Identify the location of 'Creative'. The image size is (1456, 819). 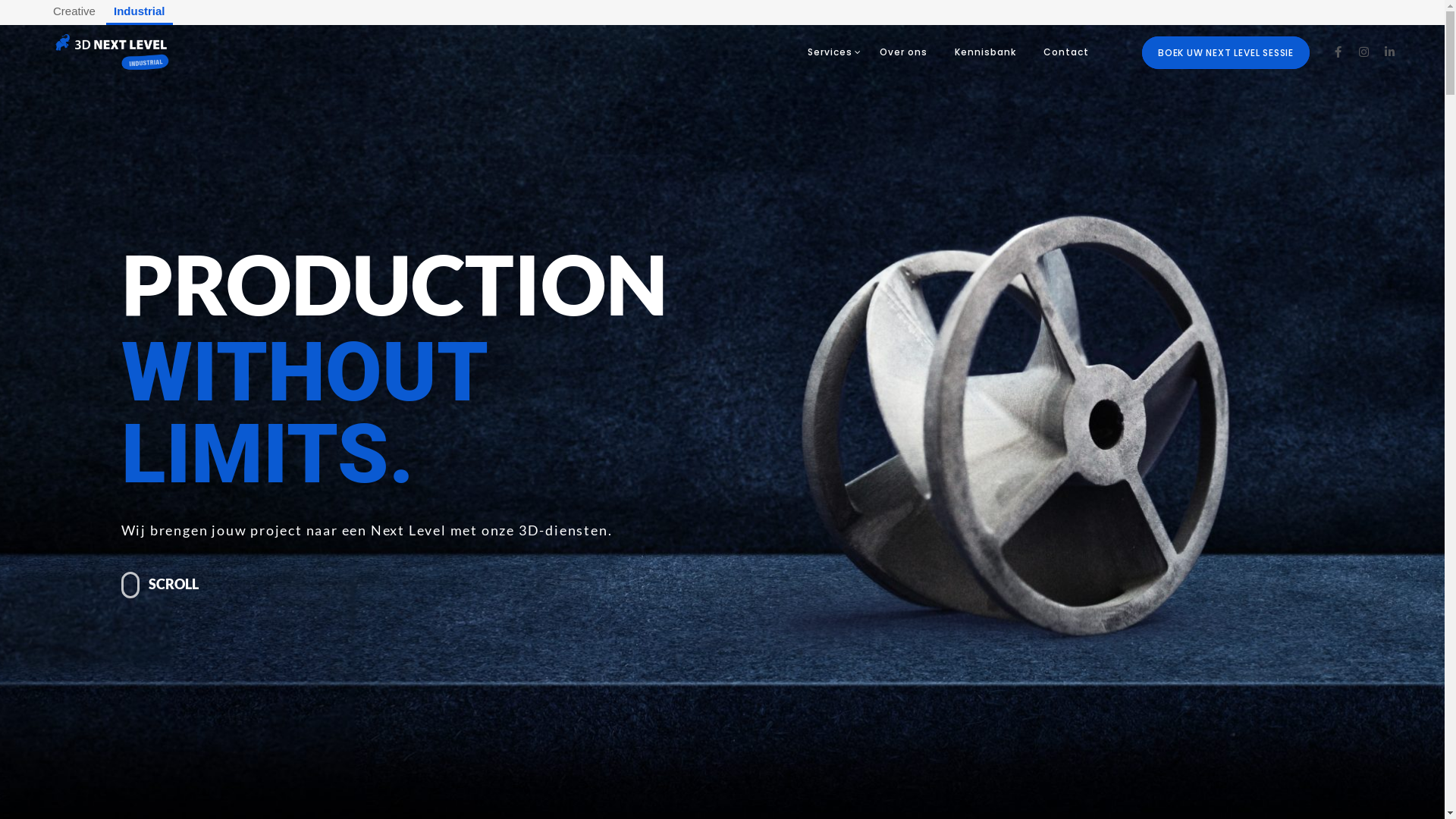
(45, 11).